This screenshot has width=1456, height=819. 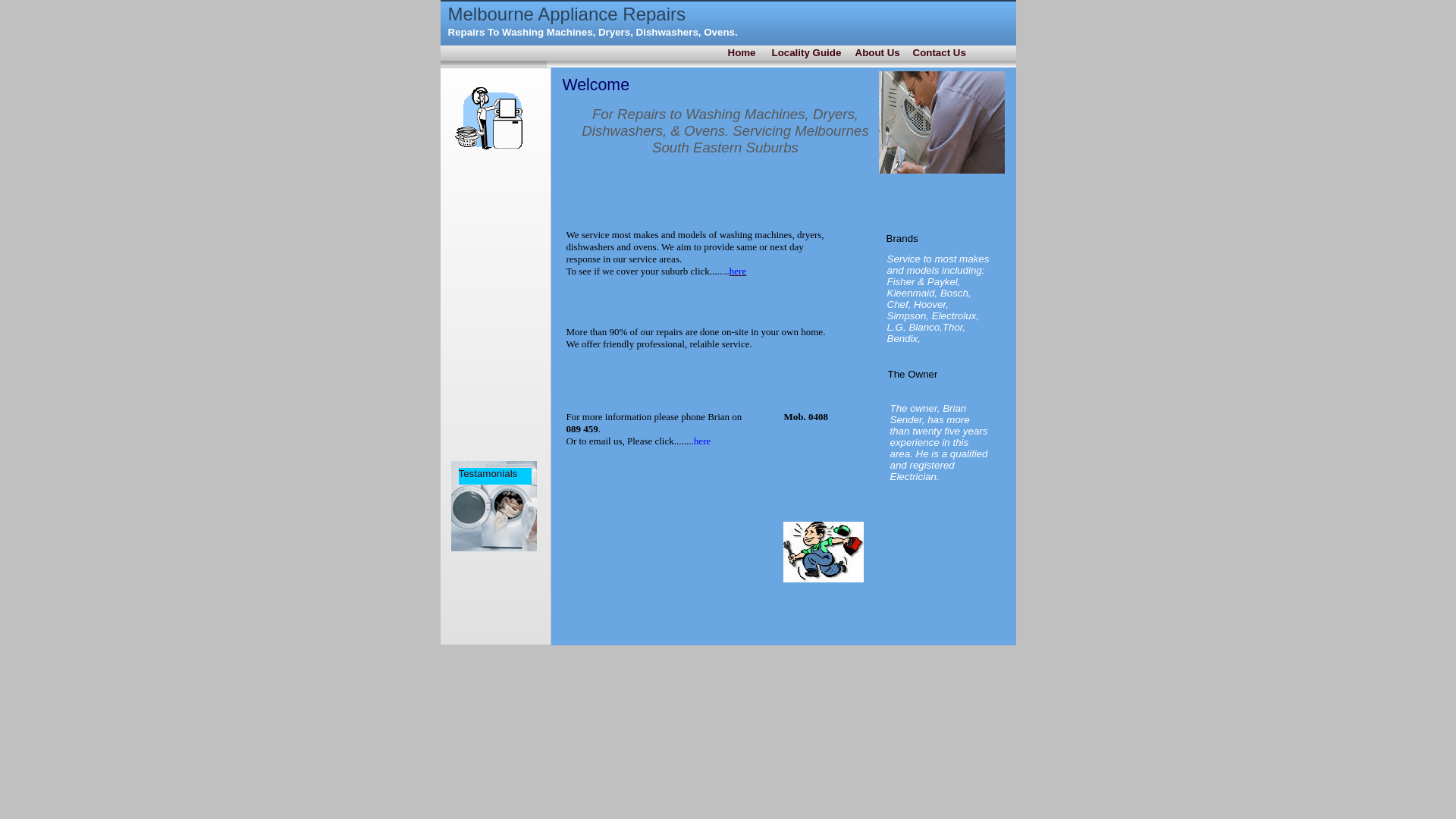 What do you see at coordinates (693, 440) in the screenshot?
I see `'here'` at bounding box center [693, 440].